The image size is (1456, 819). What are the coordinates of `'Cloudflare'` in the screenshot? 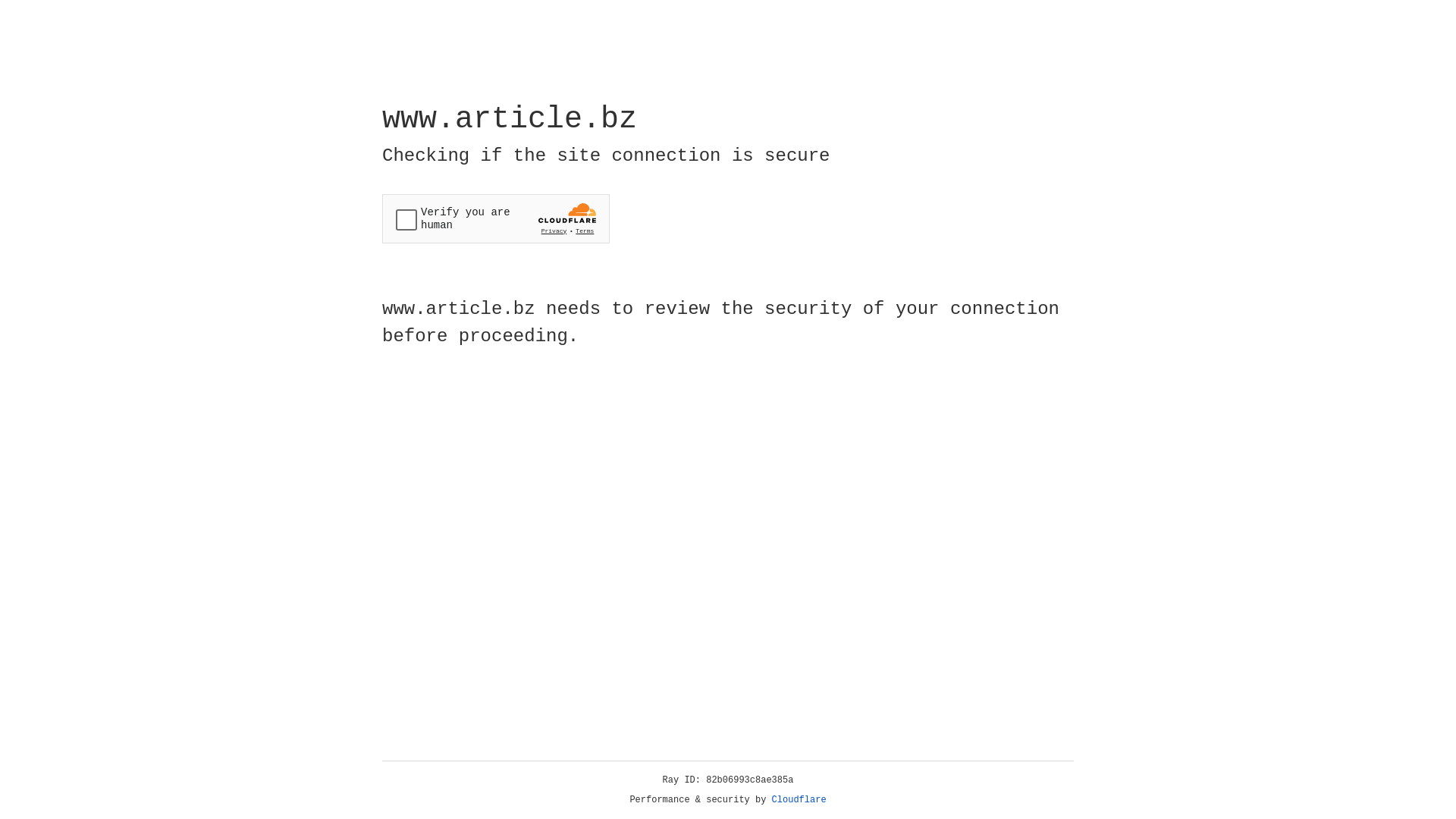 It's located at (799, 799).